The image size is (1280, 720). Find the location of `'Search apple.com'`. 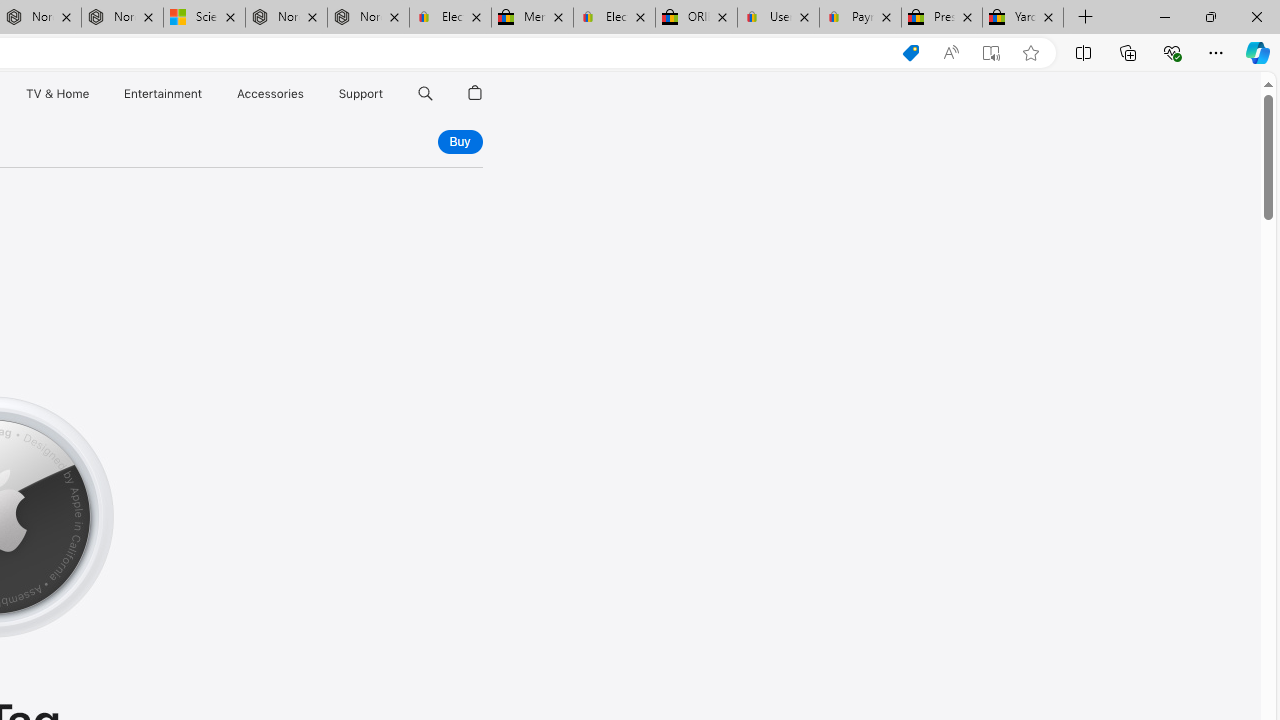

'Search apple.com' is located at coordinates (424, 93).